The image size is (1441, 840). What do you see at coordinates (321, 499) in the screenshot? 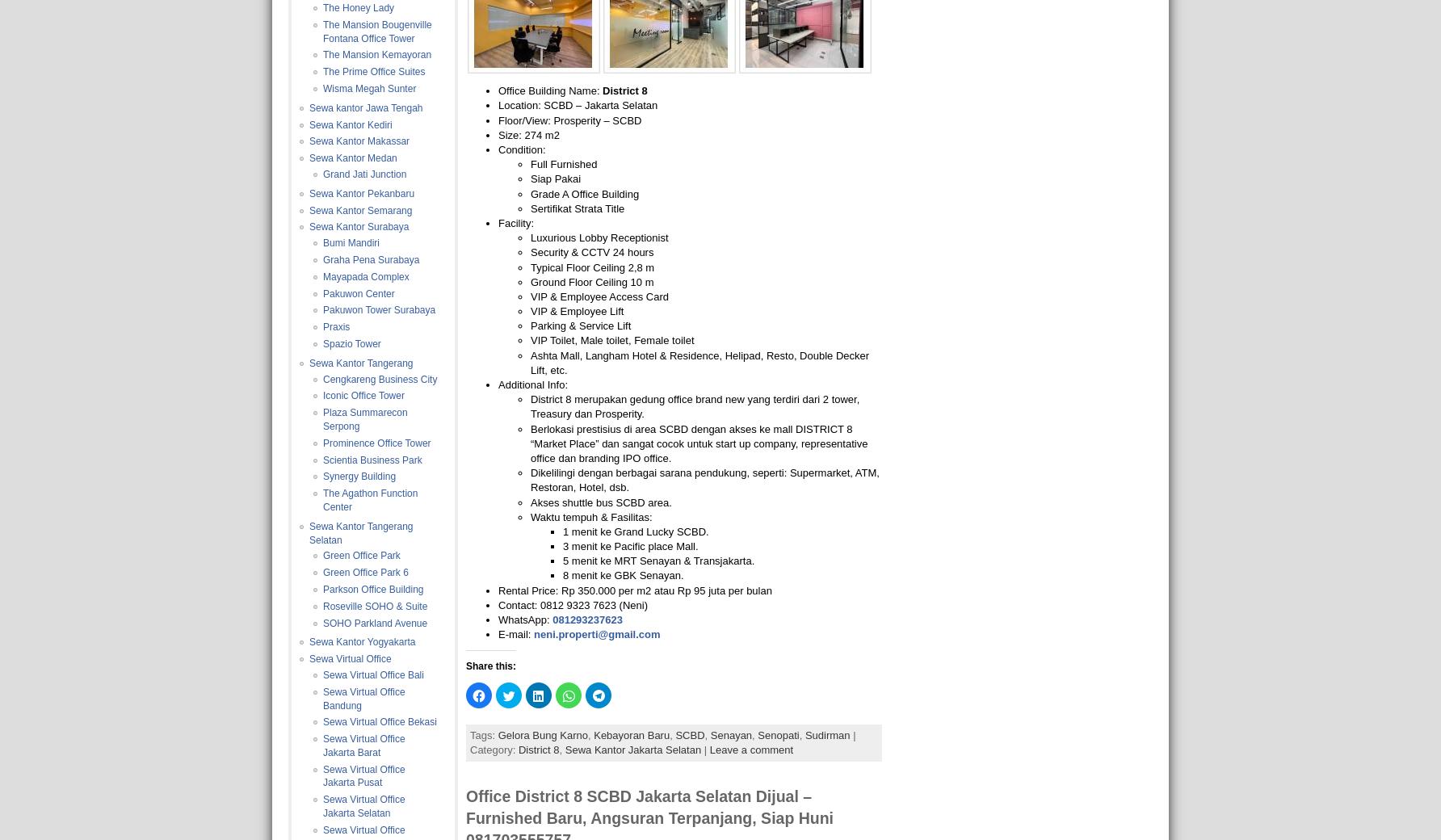
I see `'The Agathon Function Center'` at bounding box center [321, 499].